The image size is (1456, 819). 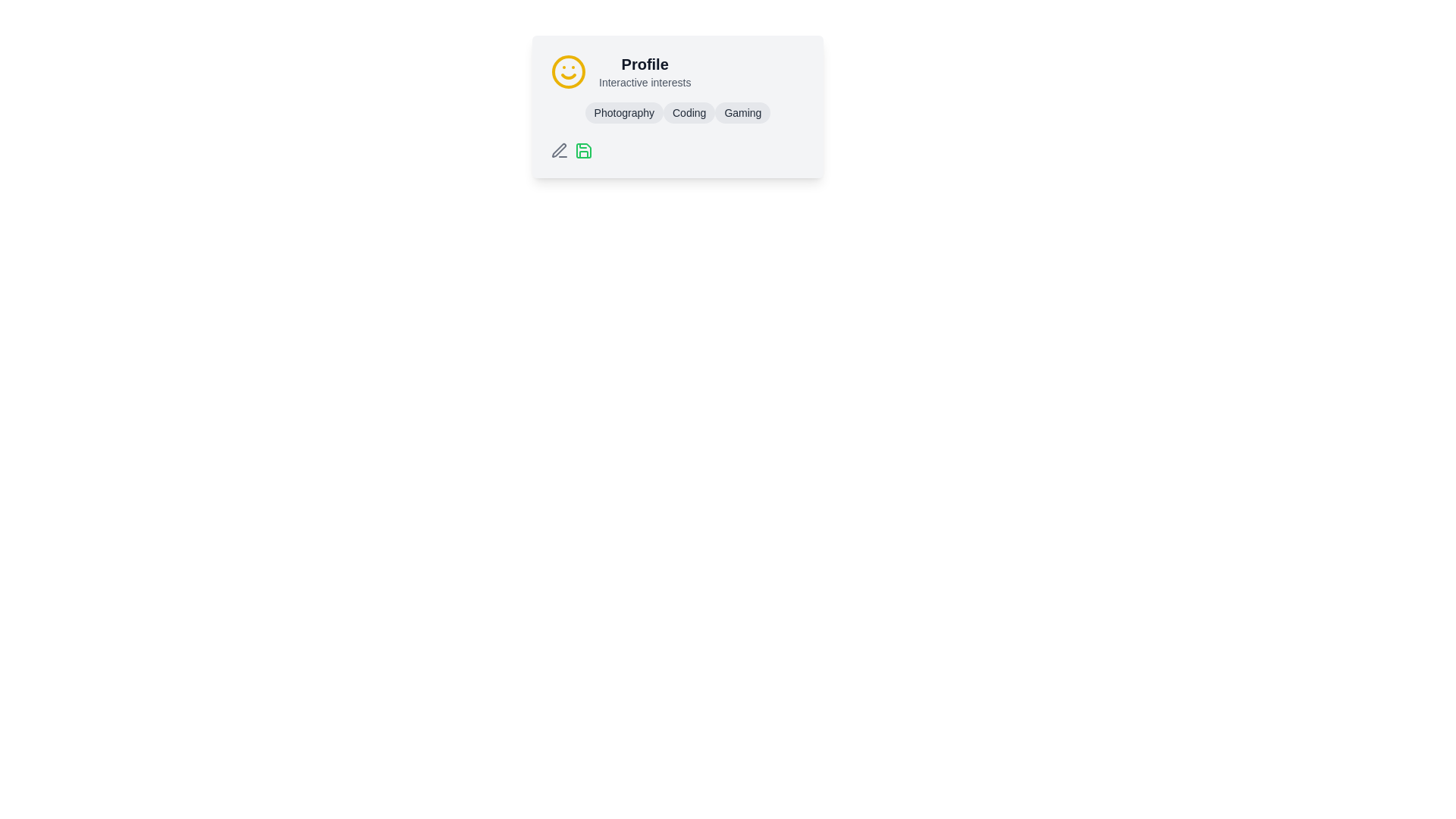 What do you see at coordinates (689, 112) in the screenshot?
I see `the 'Coding' button, which is the second rounded rectangular button in the horizontal sequence of three buttons labeled 'Photography', 'Coding', and 'Gaming', located under the 'Profile' header` at bounding box center [689, 112].